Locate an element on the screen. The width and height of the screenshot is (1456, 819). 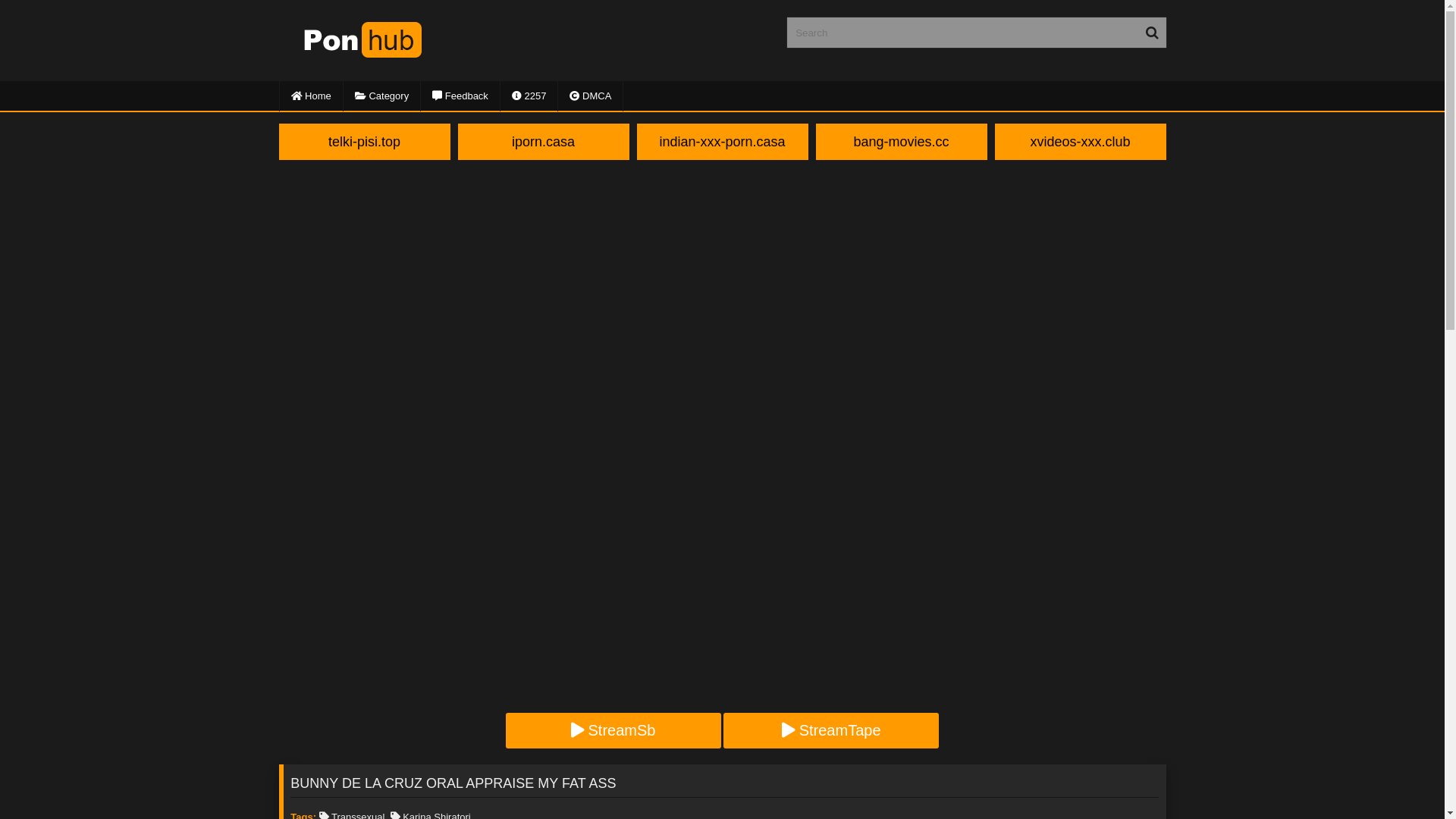
'Category' is located at coordinates (382, 96).